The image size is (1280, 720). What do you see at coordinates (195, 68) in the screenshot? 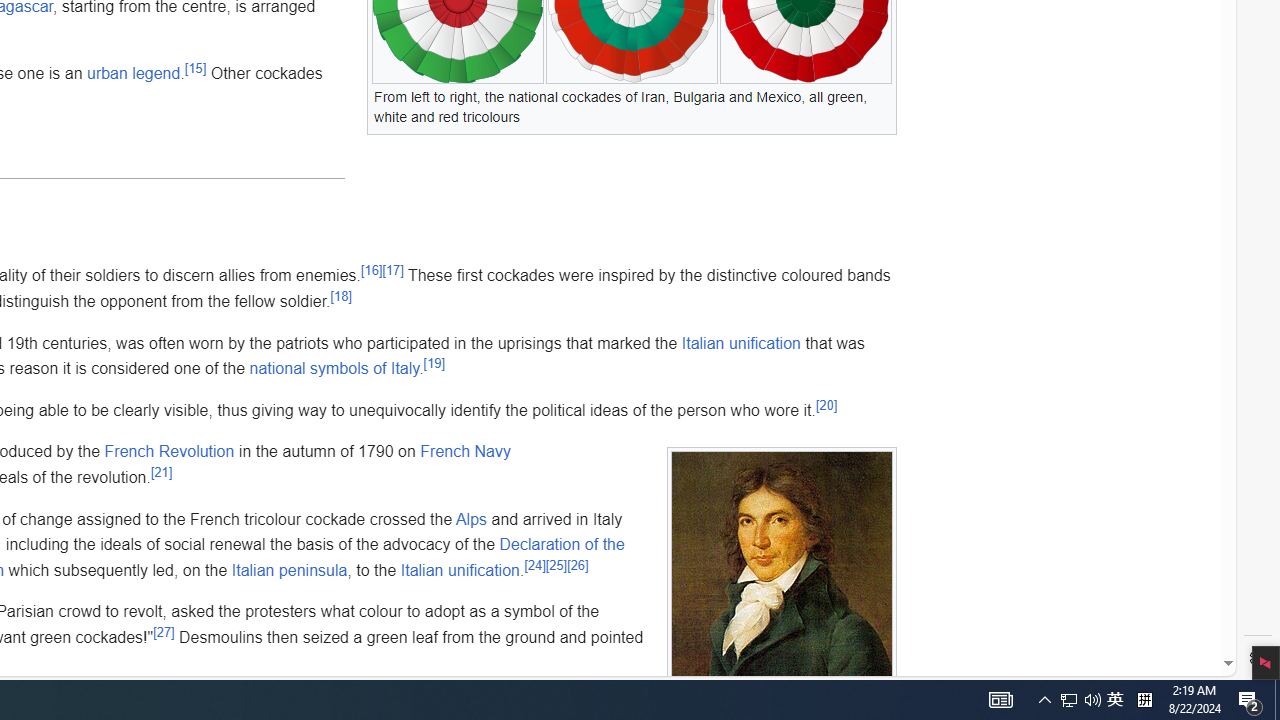
I see `'[15]'` at bounding box center [195, 68].